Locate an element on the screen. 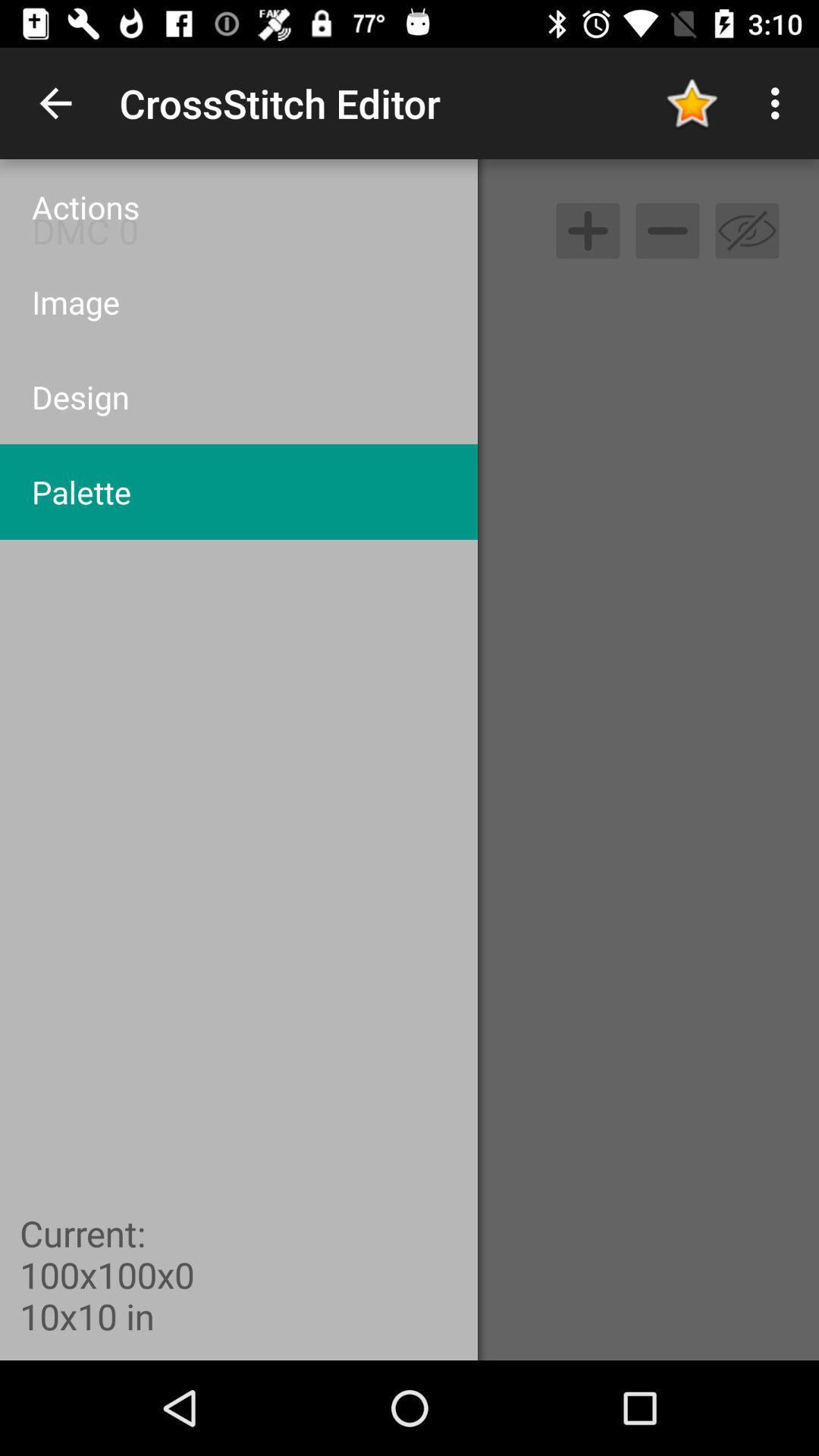  the add icon is located at coordinates (587, 230).